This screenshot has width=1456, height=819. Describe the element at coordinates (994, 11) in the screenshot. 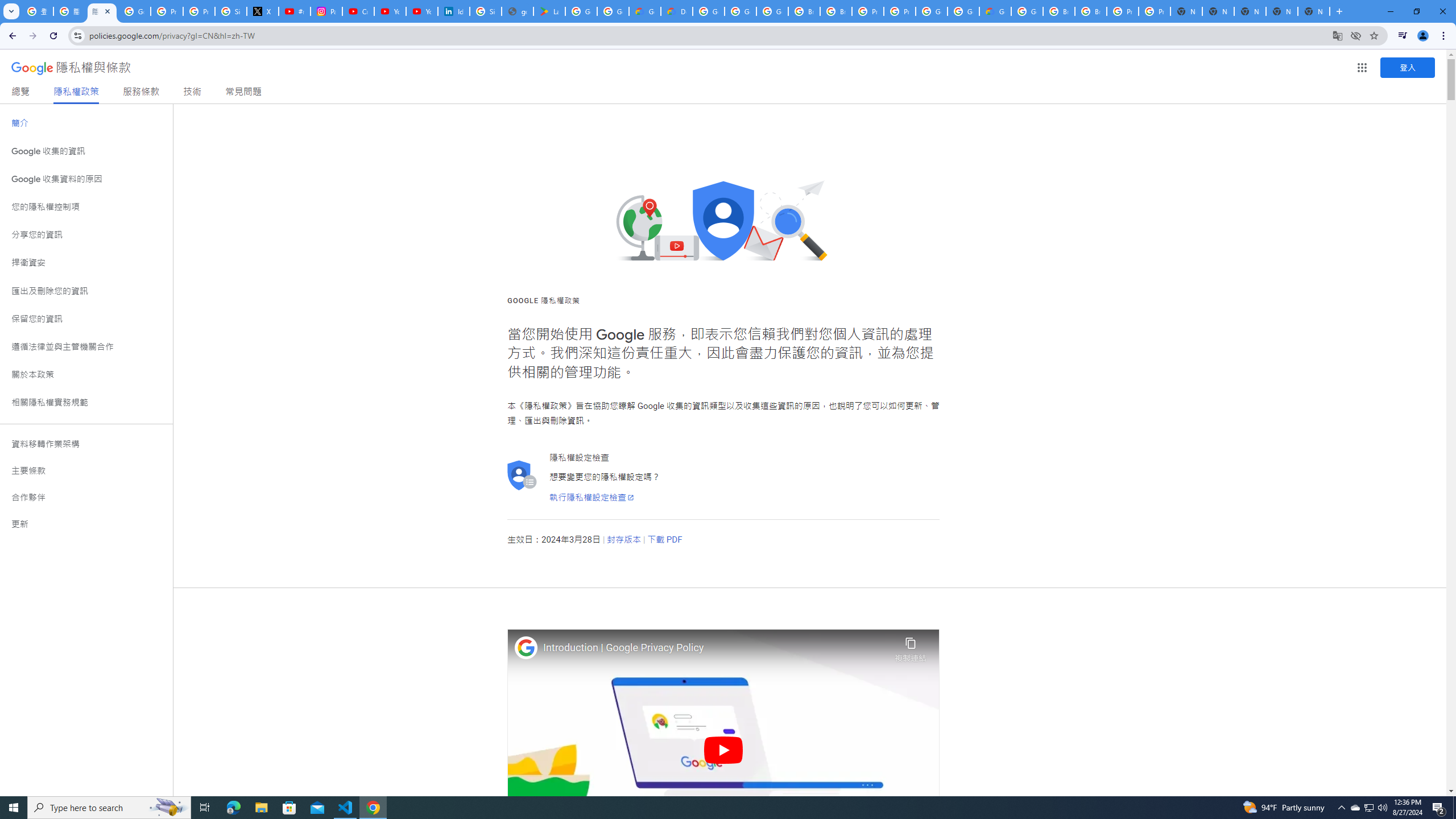

I see `'Google Cloud Estimate Summary'` at that location.